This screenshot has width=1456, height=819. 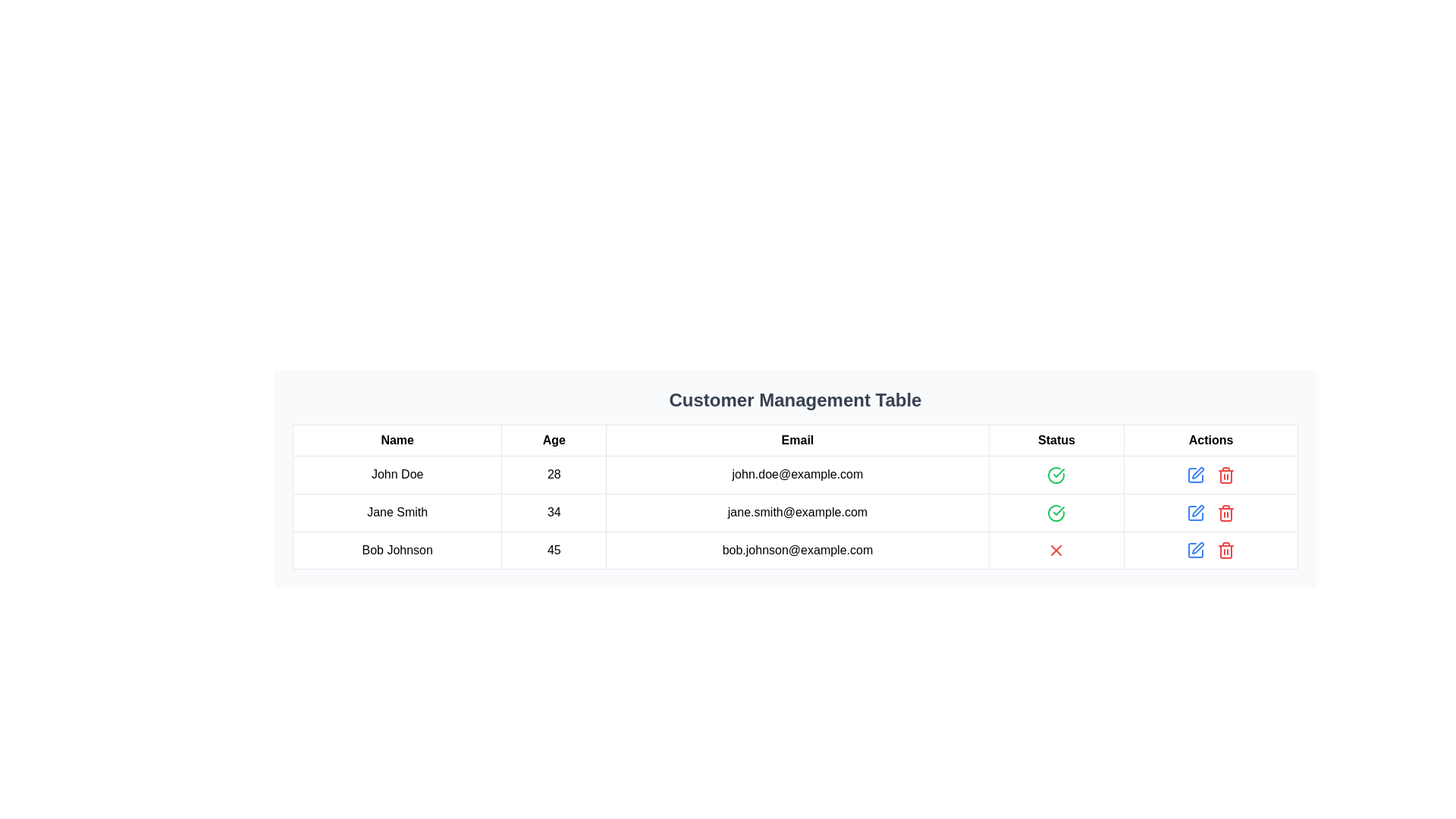 I want to click on the Table Header Cell that signifies the email addresses column, which is the third header in the table, located between 'Age' and 'Status', so click(x=796, y=441).